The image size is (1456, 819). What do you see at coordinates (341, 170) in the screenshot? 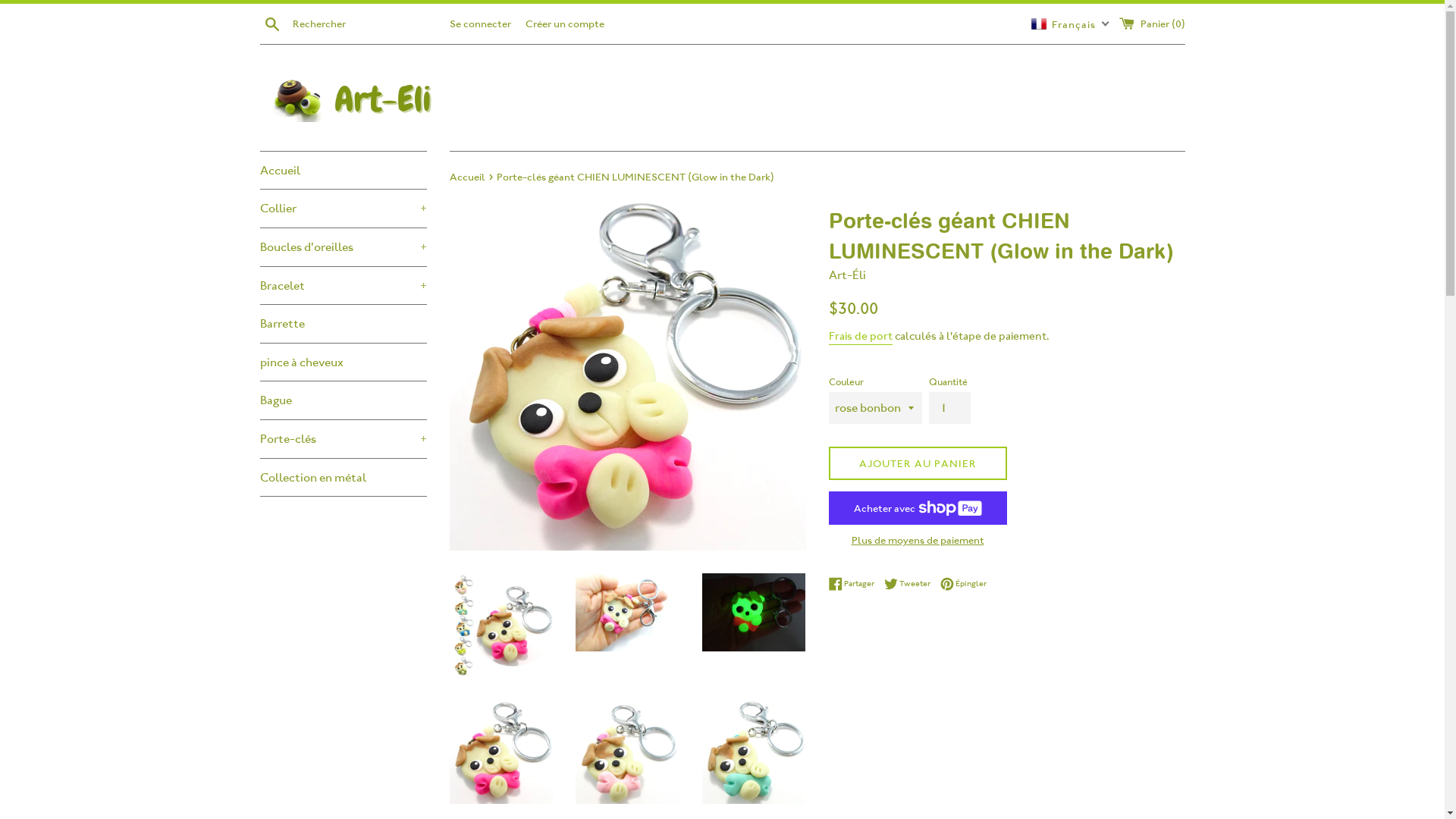
I see `'Accueil'` at bounding box center [341, 170].